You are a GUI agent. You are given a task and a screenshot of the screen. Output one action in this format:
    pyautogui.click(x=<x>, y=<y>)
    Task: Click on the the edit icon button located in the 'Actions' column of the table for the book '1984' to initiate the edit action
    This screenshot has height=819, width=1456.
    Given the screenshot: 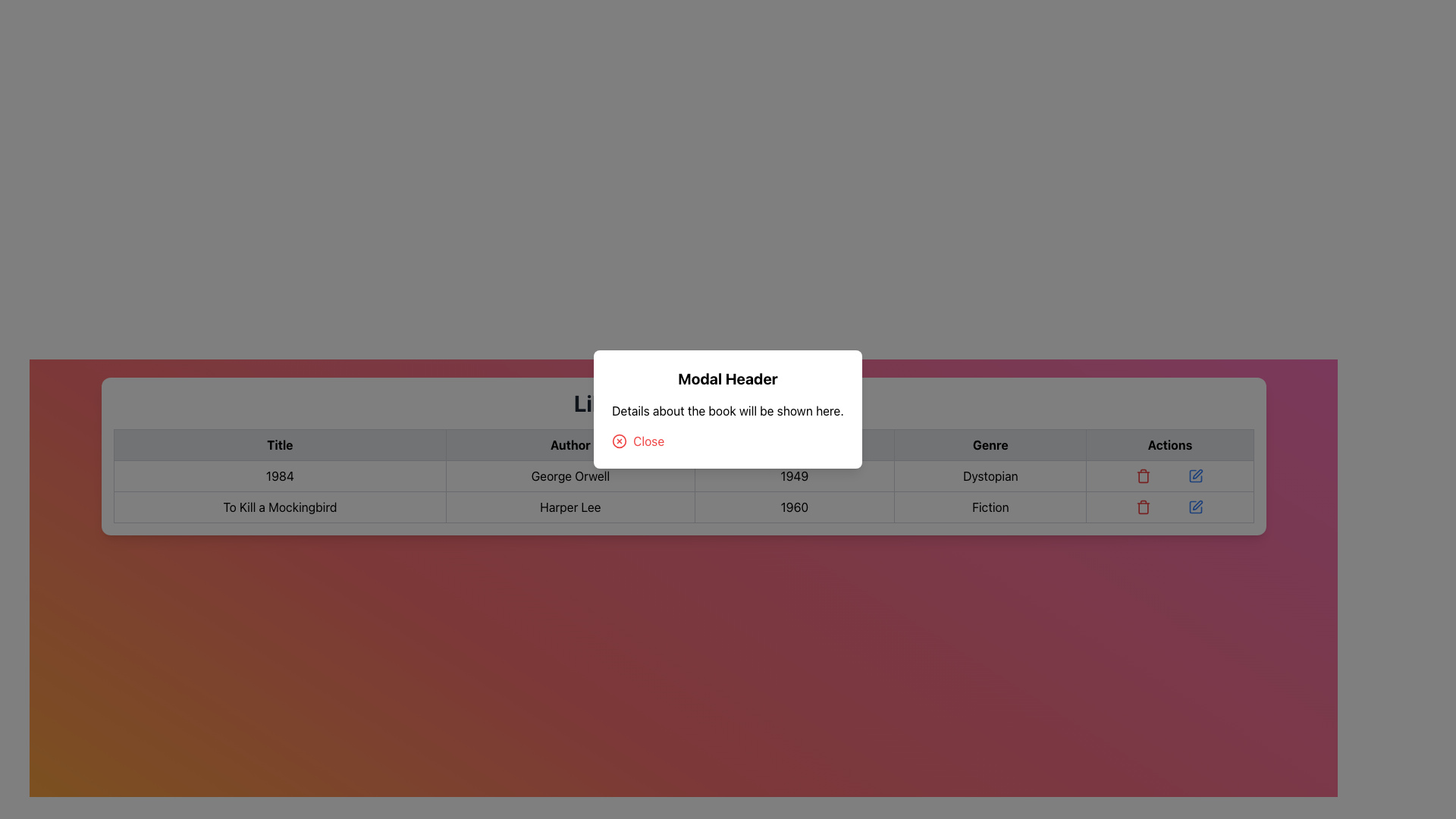 What is the action you would take?
    pyautogui.click(x=1195, y=475)
    